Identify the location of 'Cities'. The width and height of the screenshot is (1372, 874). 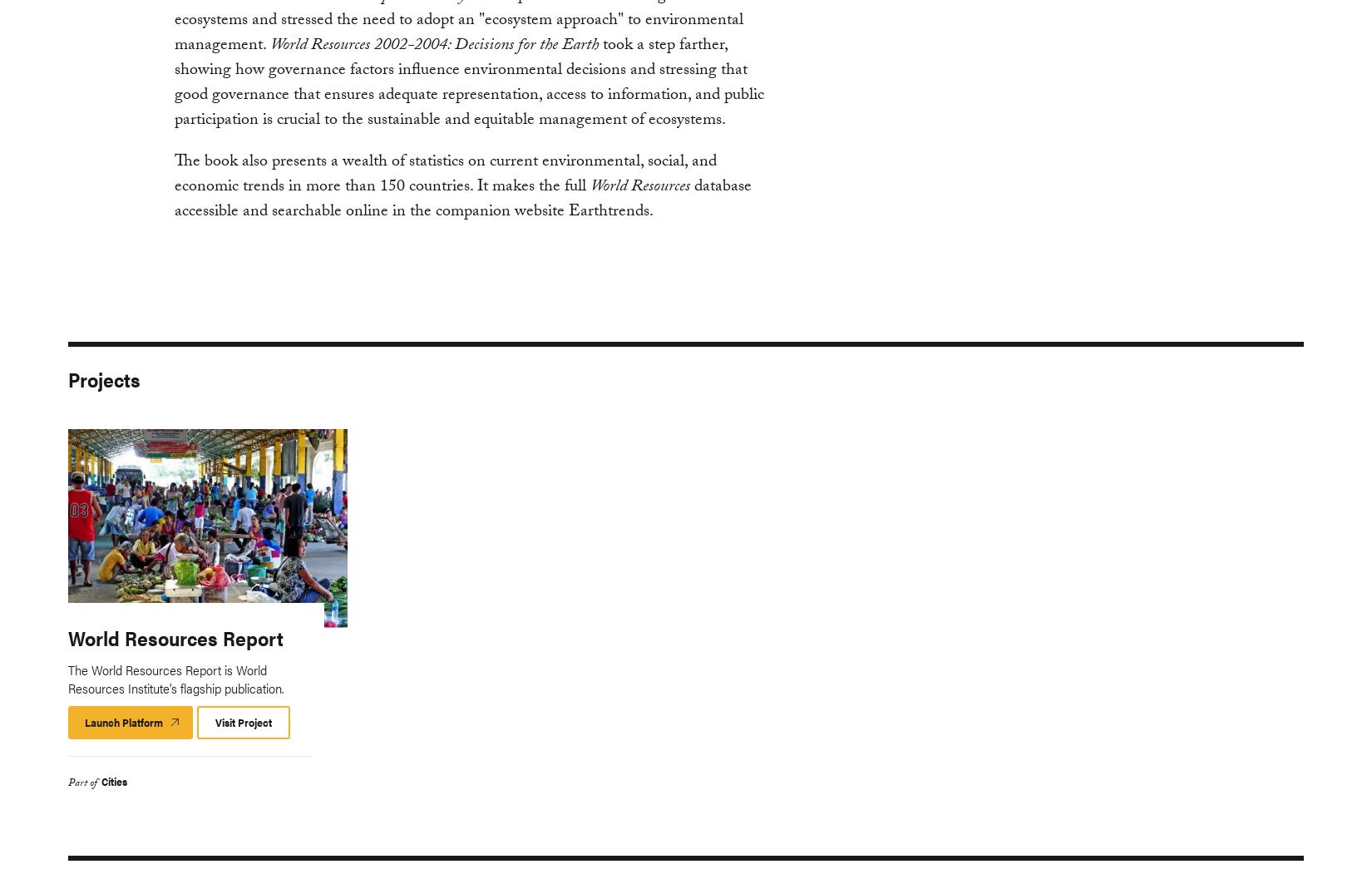
(101, 779).